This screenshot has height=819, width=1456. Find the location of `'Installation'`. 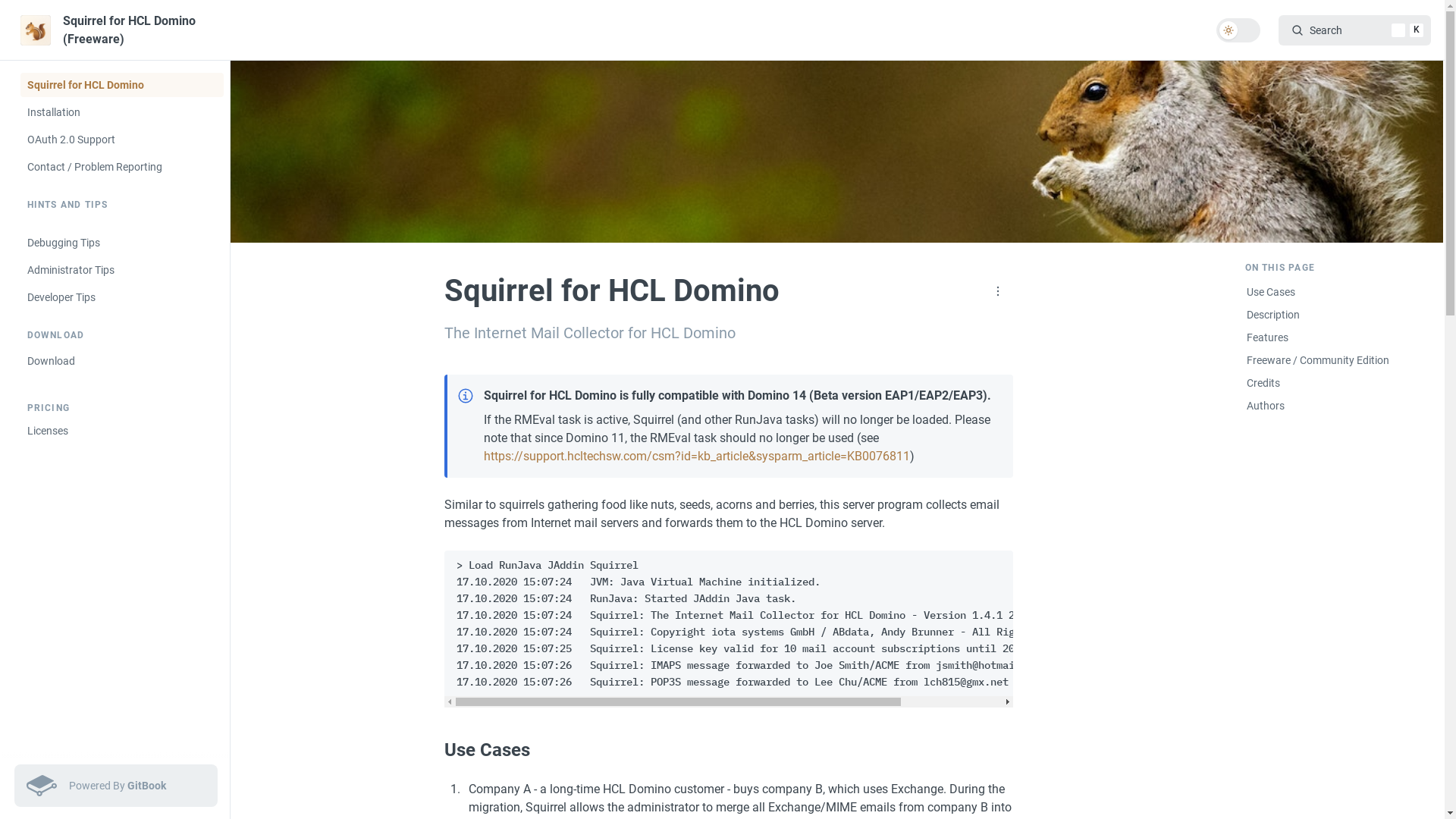

'Installation' is located at coordinates (120, 111).